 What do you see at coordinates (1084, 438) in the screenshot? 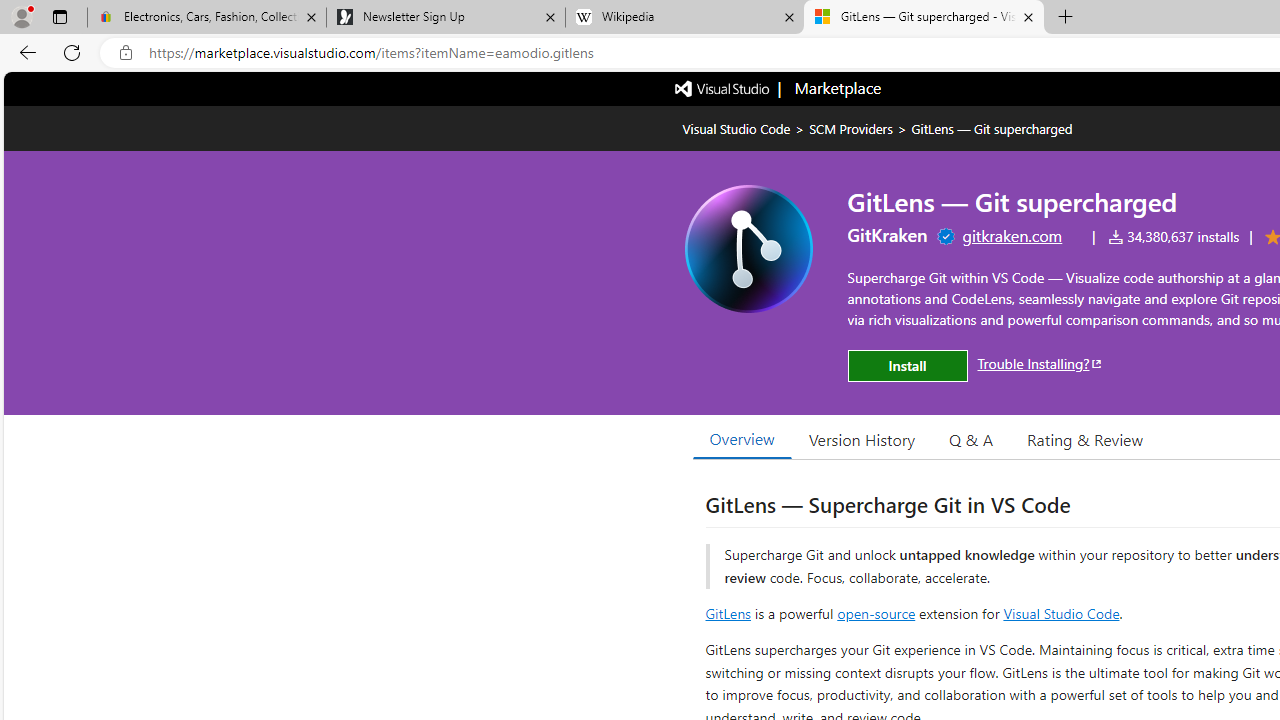
I see `'Rating & Review'` at bounding box center [1084, 438].